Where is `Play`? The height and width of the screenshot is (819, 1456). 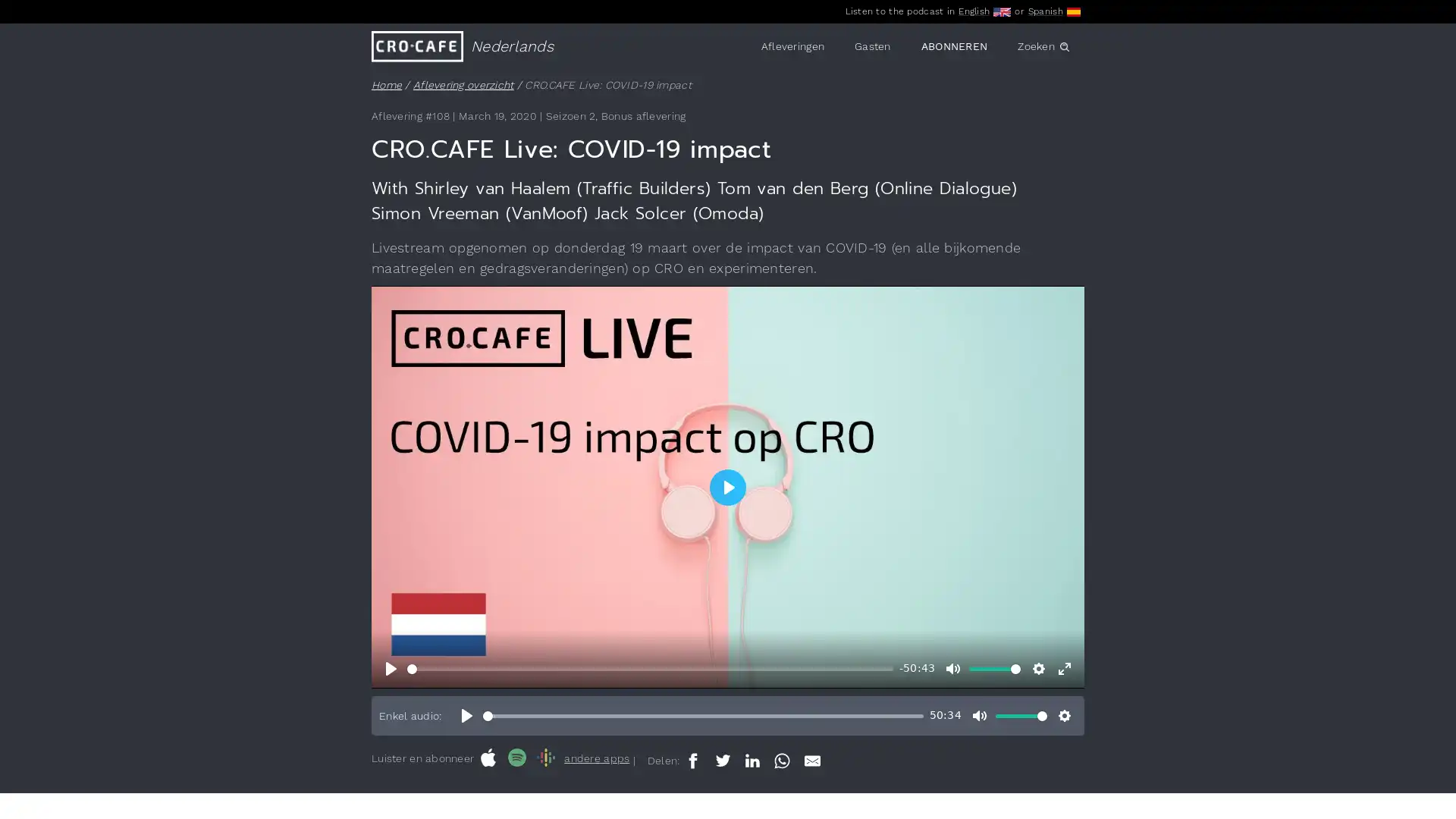 Play is located at coordinates (466, 716).